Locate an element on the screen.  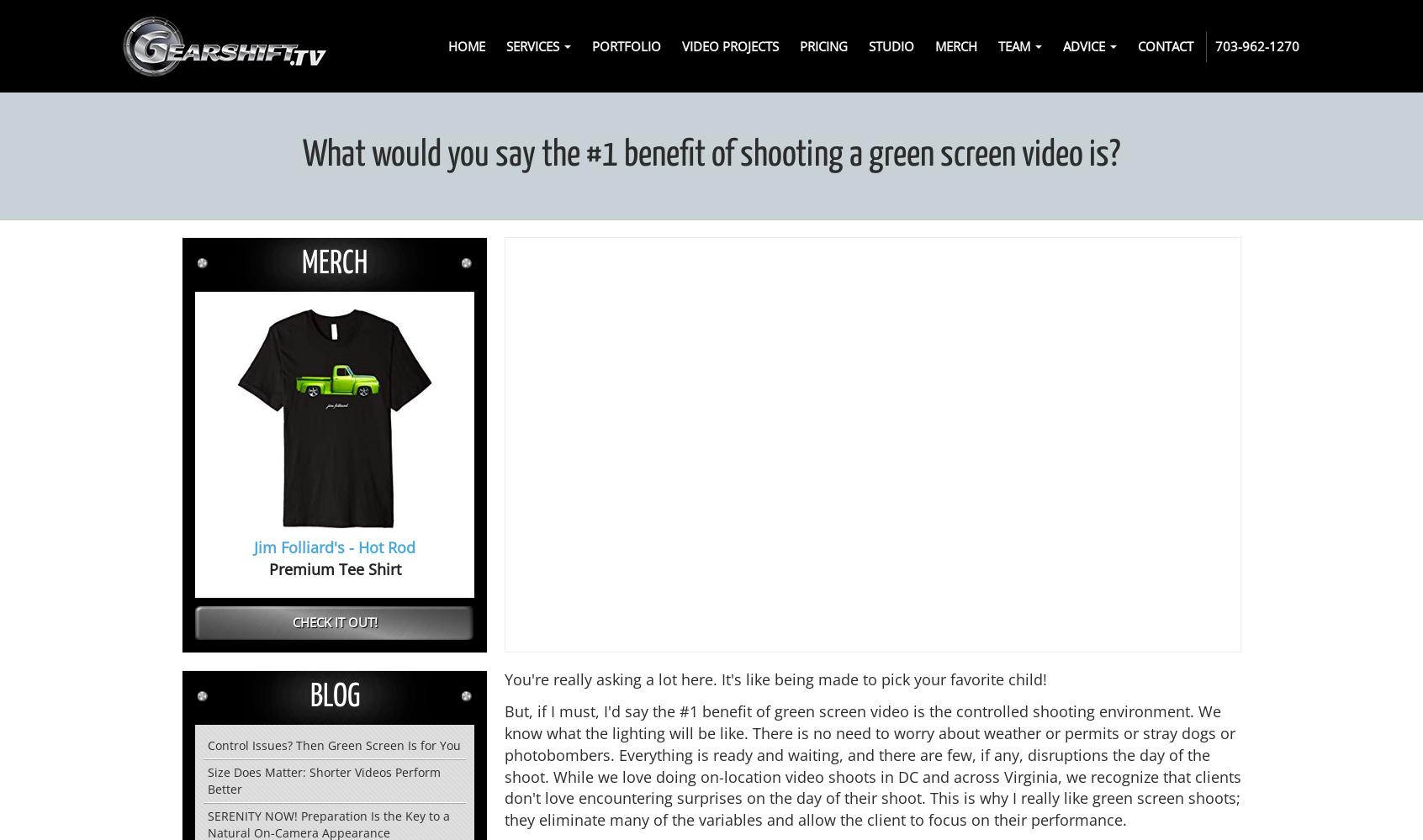
'But, if I must, I'd say the #1 benefit of green screen video is the controlled shooting environment. We know what the lighting will be like. There is no need to worry about weather or permits or stray dogs or photobombers. Everything is ready and waiting, and there are few, if any, disruptions the day of the shoot. While we love doing on-location video shoots in DC and across Virginia, we recognize that clients don't love encountering surprises on the day of their shoot. This is why I really like green screen shoots; they eliminate many of the variables and allow the client to focus on their performance.' is located at coordinates (872, 764).